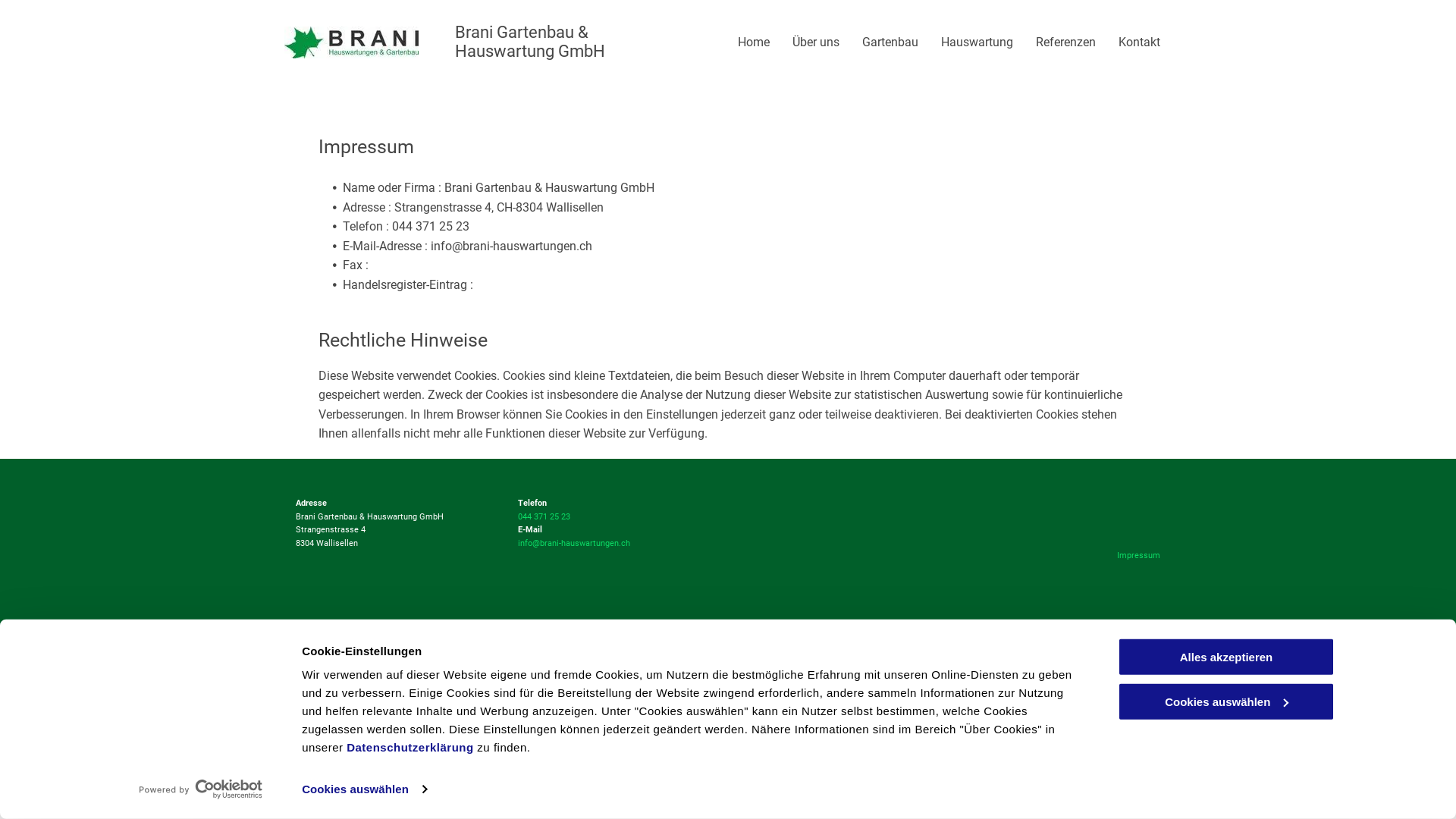  I want to click on 'Kontakt', so click(1139, 41).